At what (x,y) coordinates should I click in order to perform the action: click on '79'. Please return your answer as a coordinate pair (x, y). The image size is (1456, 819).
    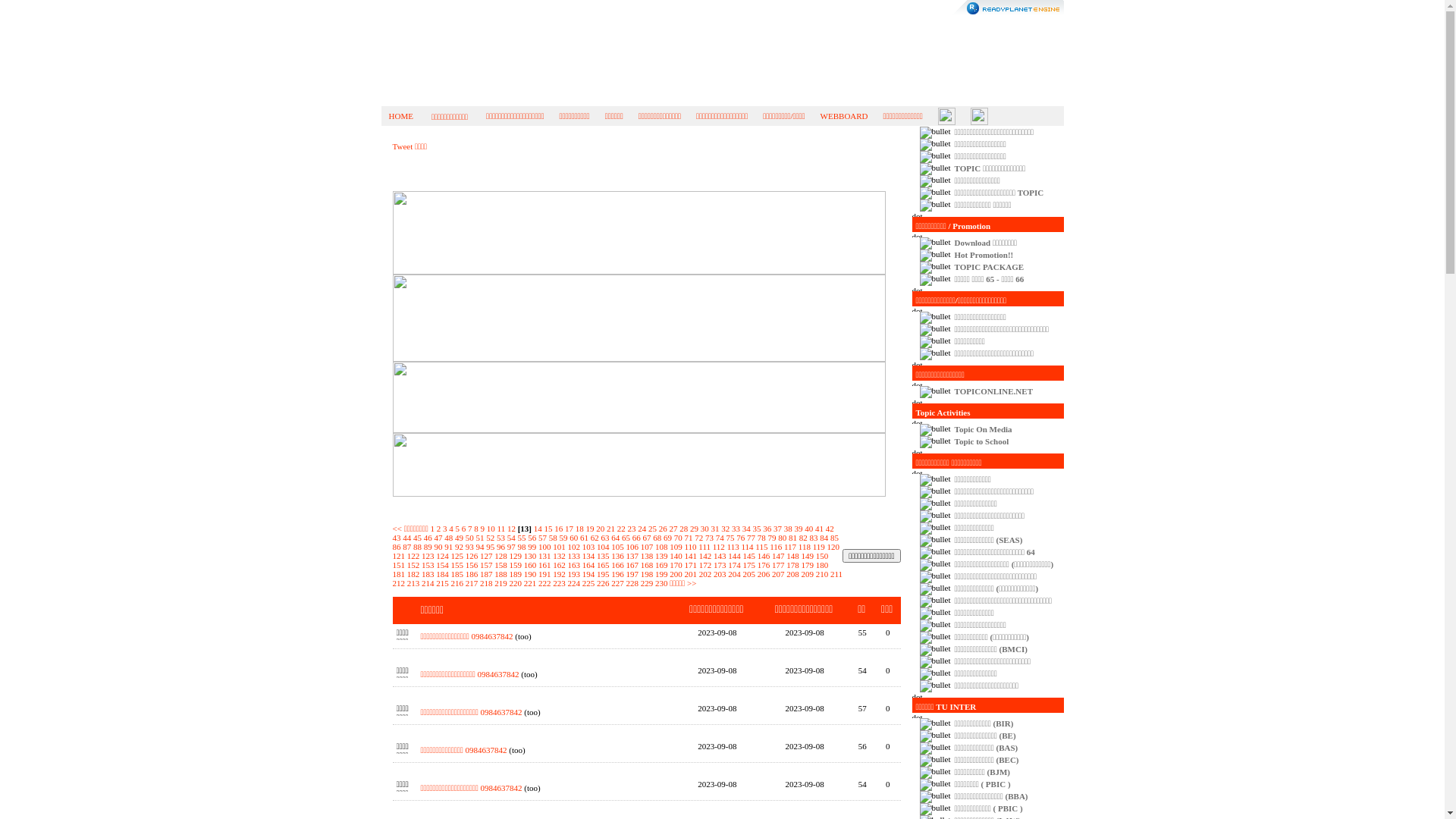
    Looking at the image, I should click on (771, 537).